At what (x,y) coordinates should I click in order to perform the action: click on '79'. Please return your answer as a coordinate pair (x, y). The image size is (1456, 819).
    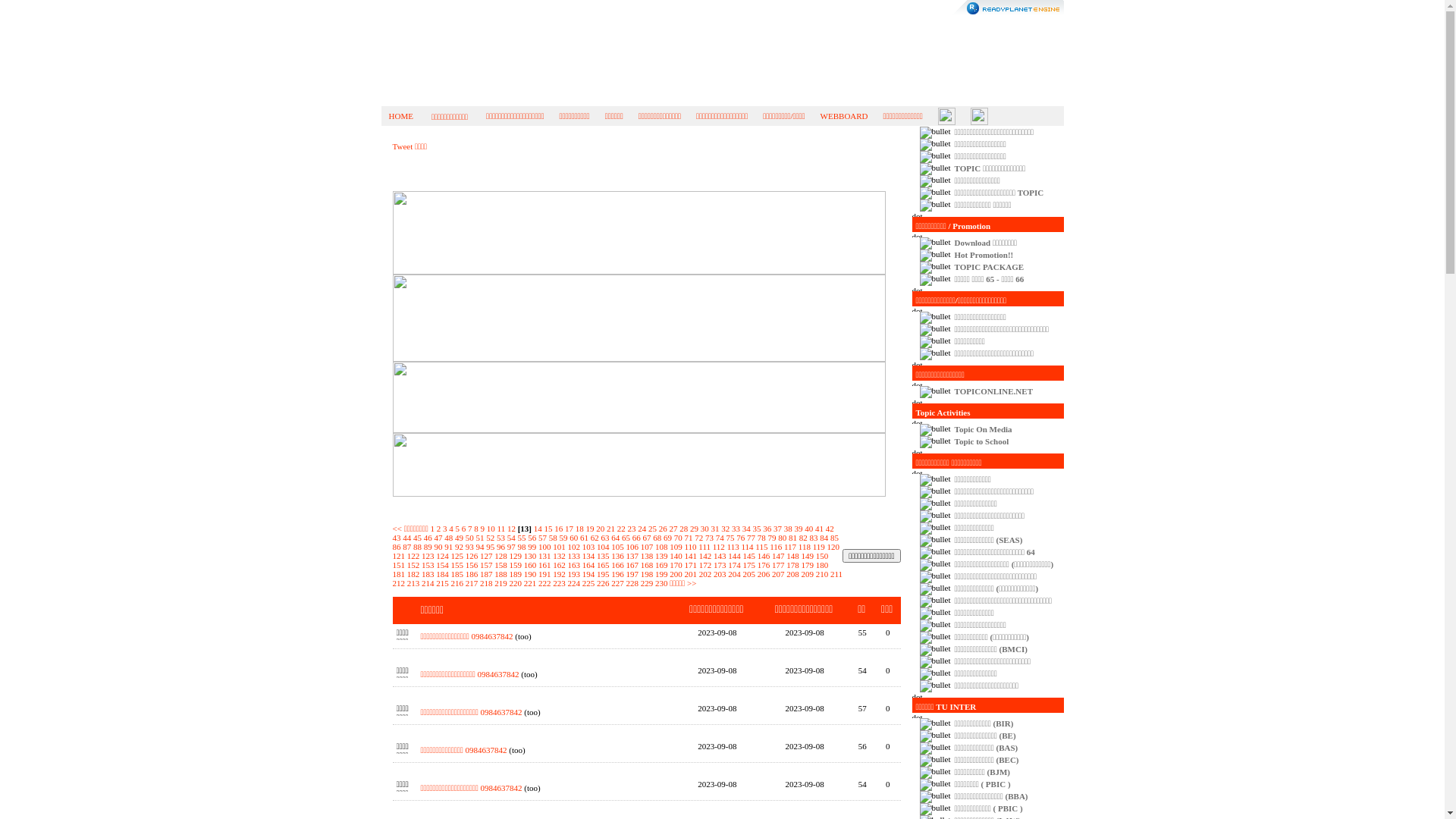
    Looking at the image, I should click on (771, 537).